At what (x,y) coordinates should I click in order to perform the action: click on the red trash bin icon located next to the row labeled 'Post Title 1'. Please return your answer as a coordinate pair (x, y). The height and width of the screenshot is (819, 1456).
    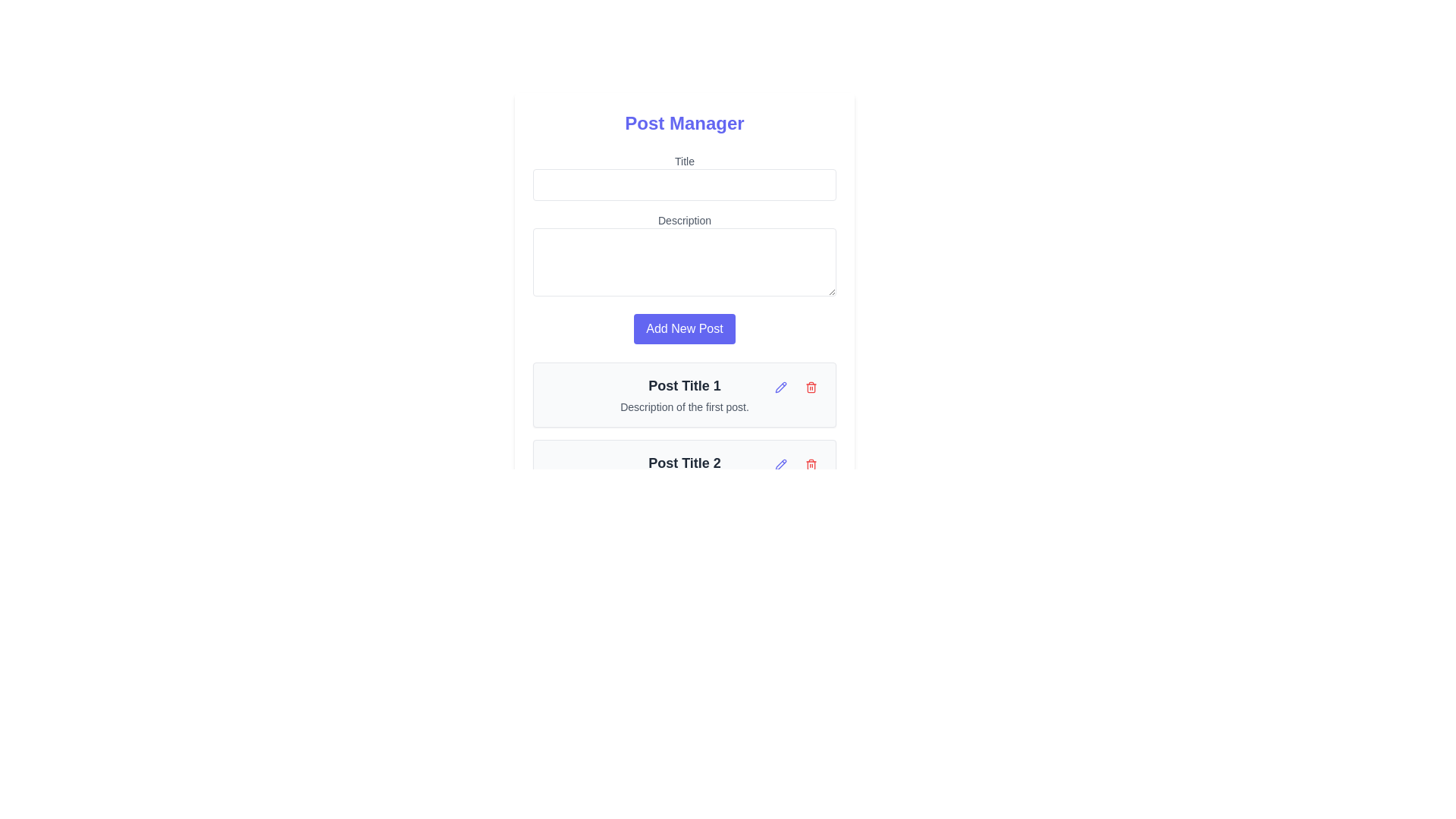
    Looking at the image, I should click on (811, 386).